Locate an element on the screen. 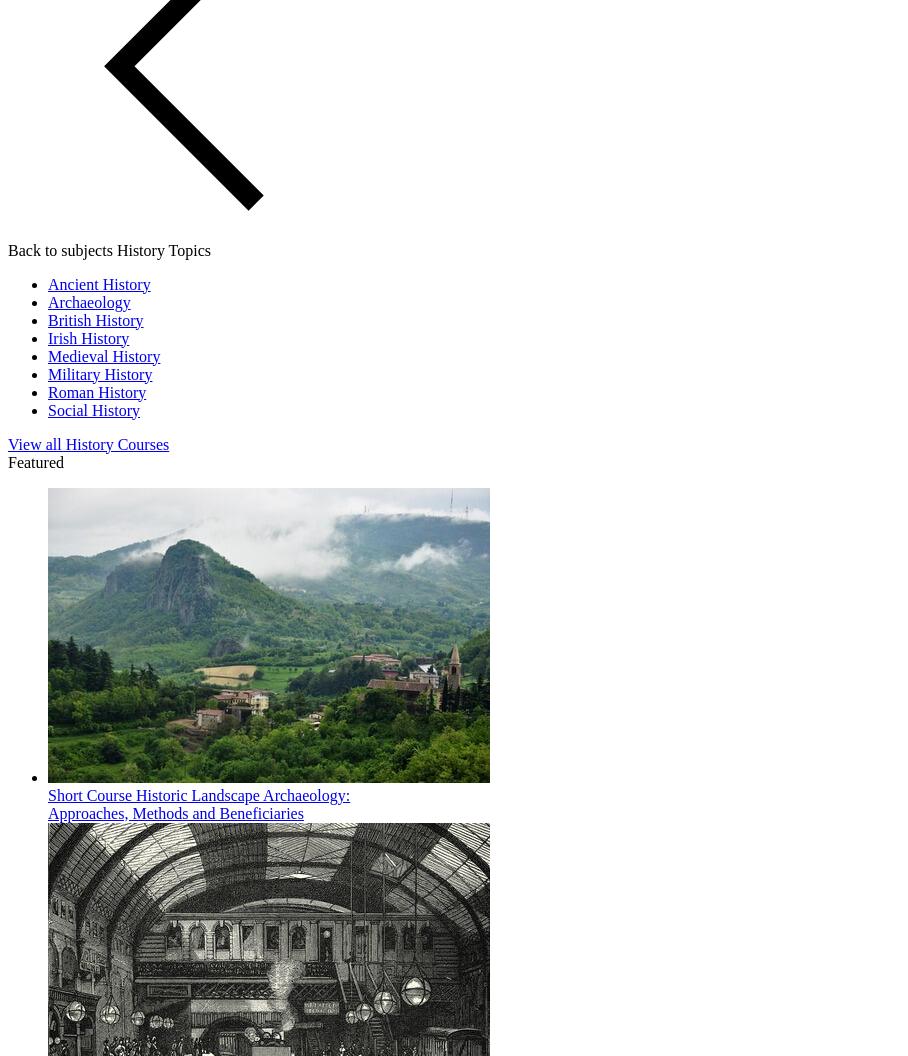  'Military History' is located at coordinates (98, 372).